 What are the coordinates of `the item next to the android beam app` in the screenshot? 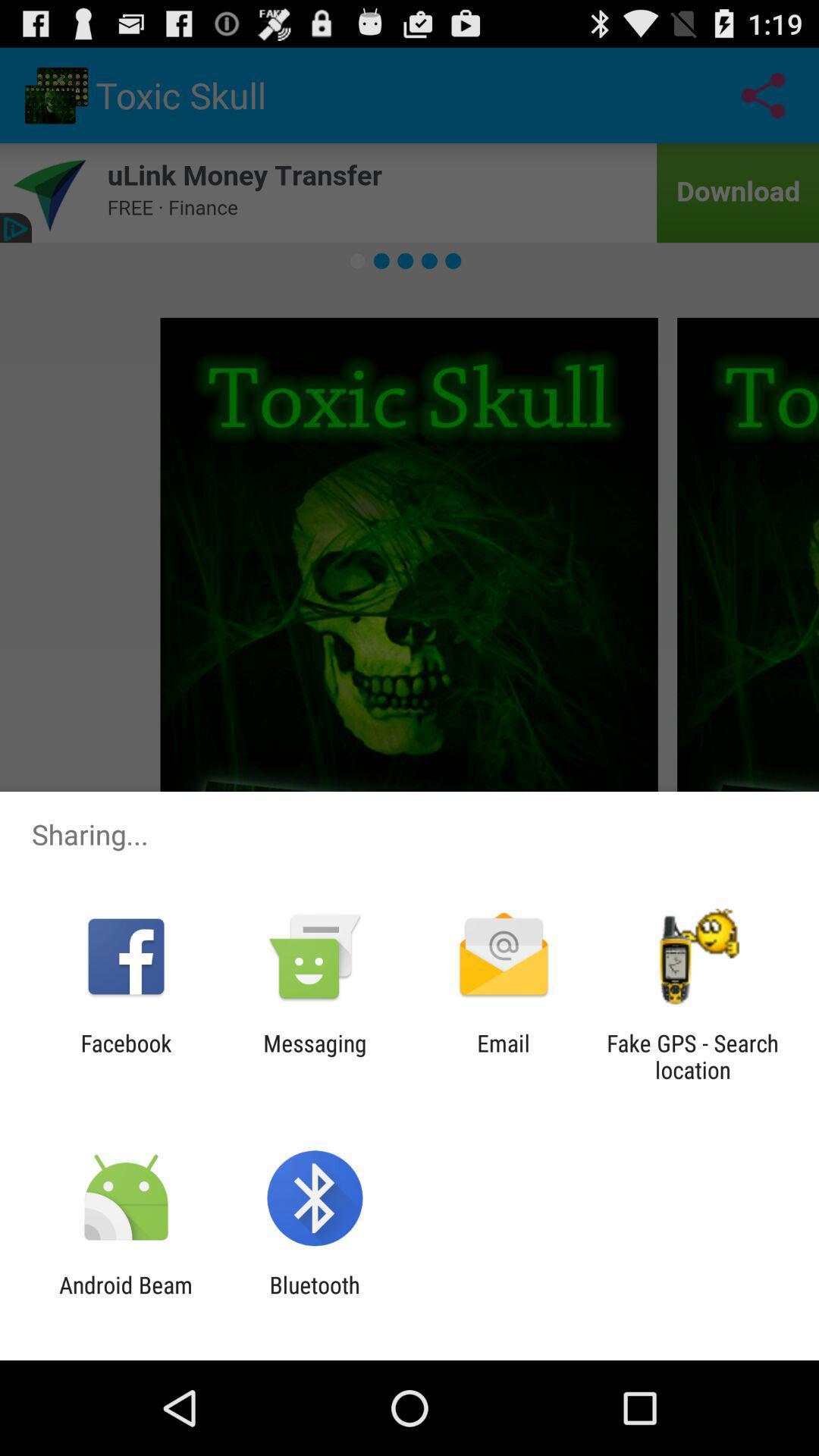 It's located at (314, 1298).